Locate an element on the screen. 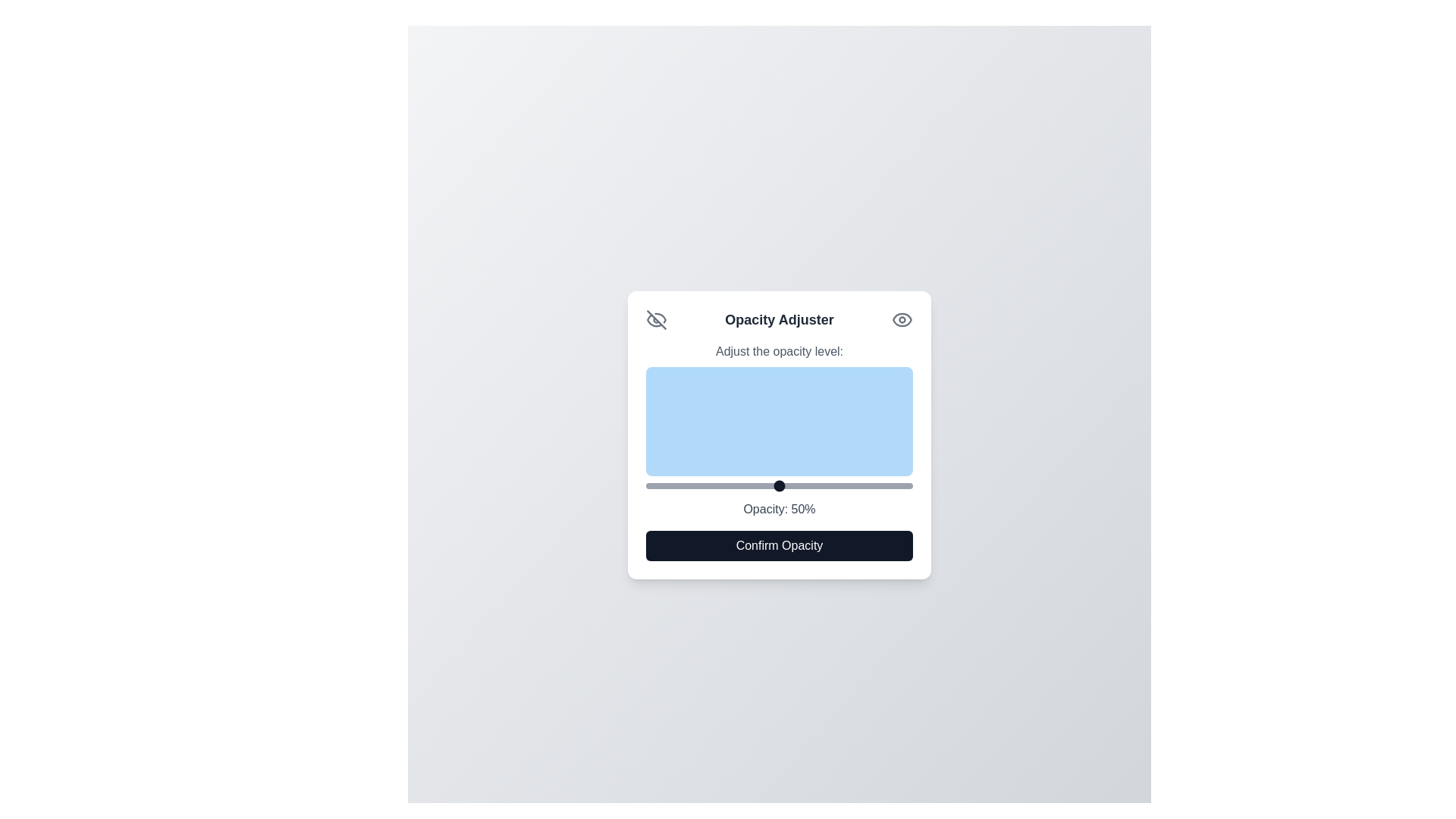  'Confirm Opacity' button to confirm the selected opacity is located at coordinates (779, 546).